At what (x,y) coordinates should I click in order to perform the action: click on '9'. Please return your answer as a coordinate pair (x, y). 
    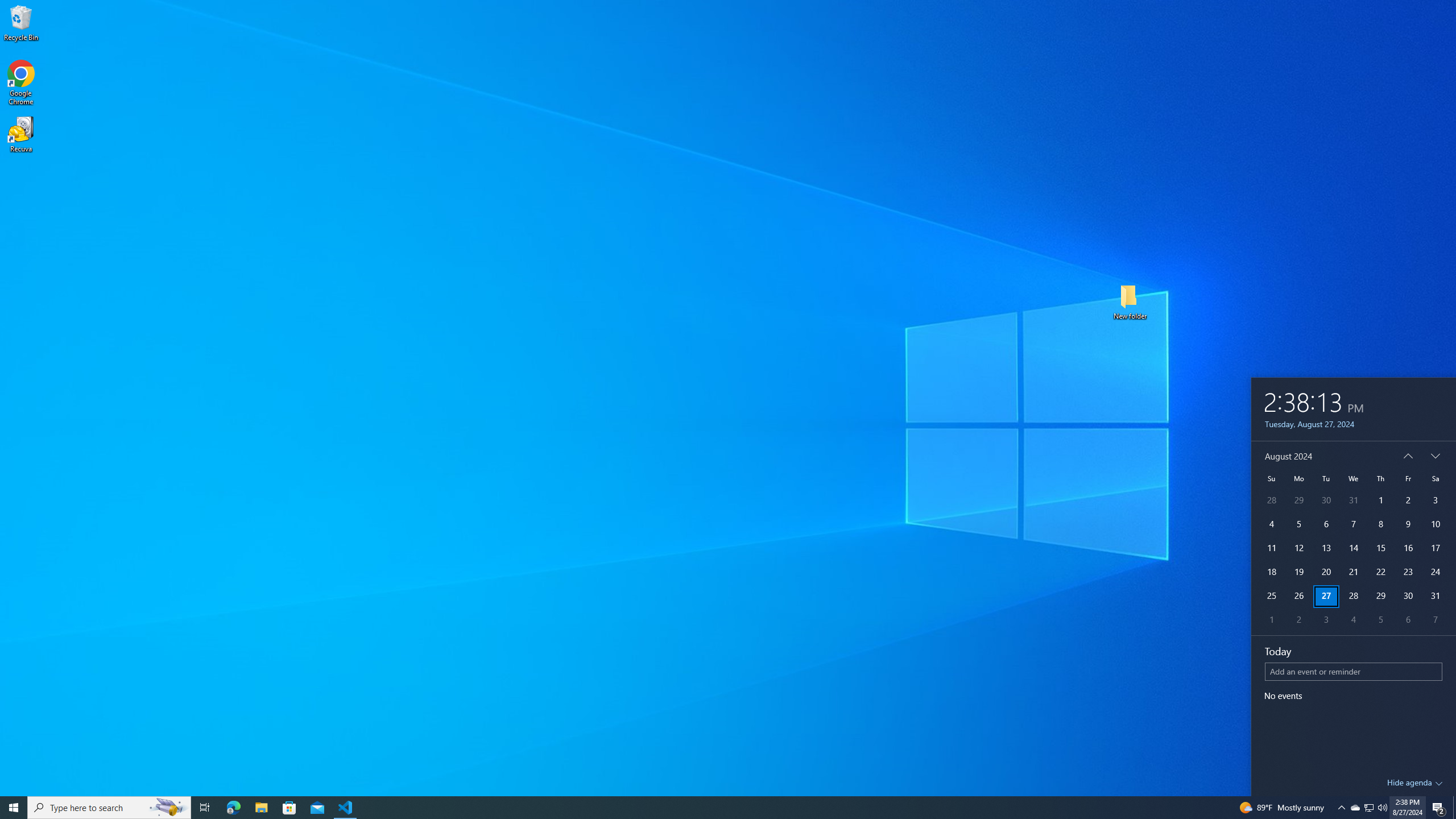
    Looking at the image, I should click on (1407, 524).